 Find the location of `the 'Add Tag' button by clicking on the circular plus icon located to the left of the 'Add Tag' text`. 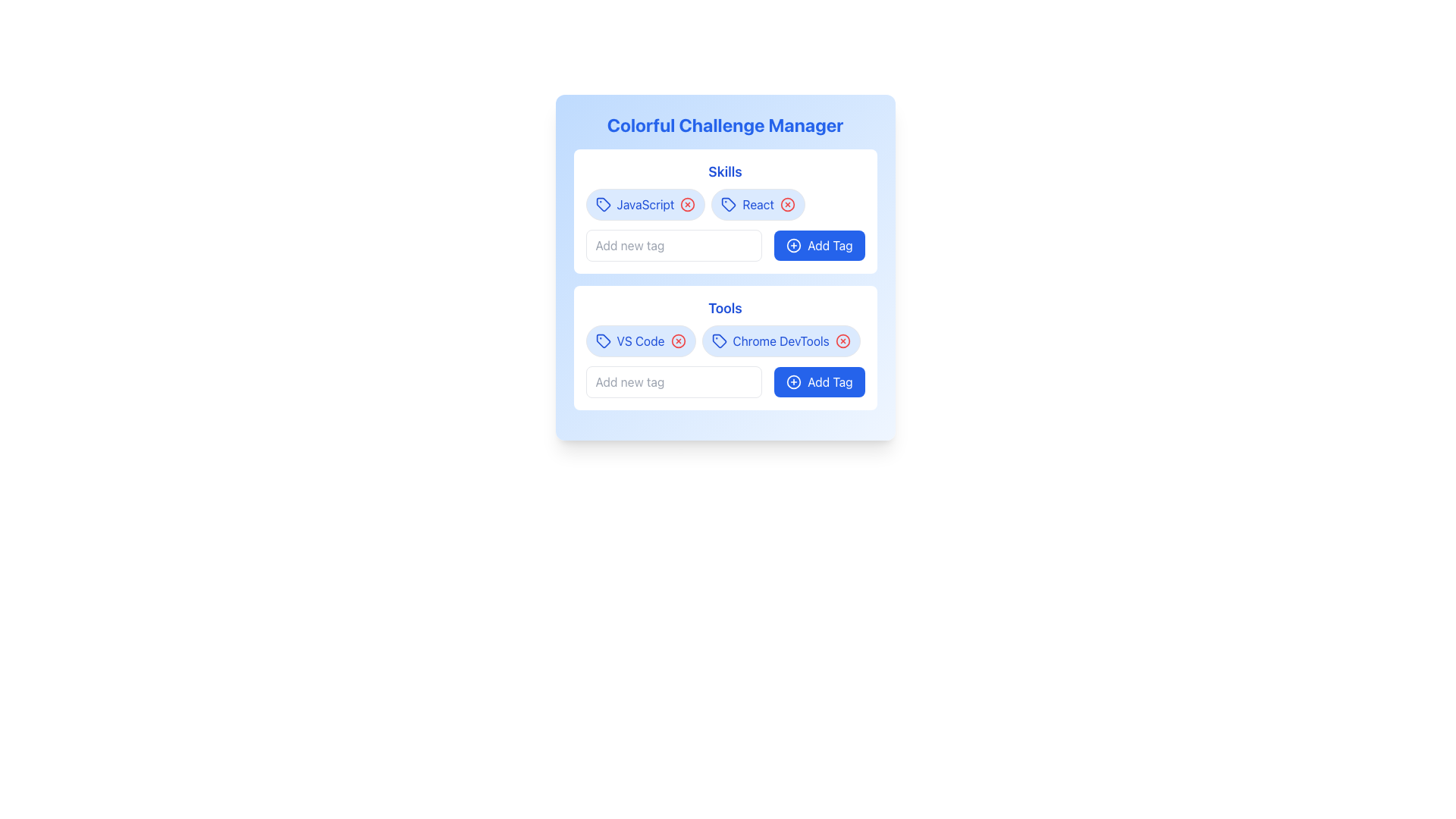

the 'Add Tag' button by clicking on the circular plus icon located to the left of the 'Add Tag' text is located at coordinates (793, 381).